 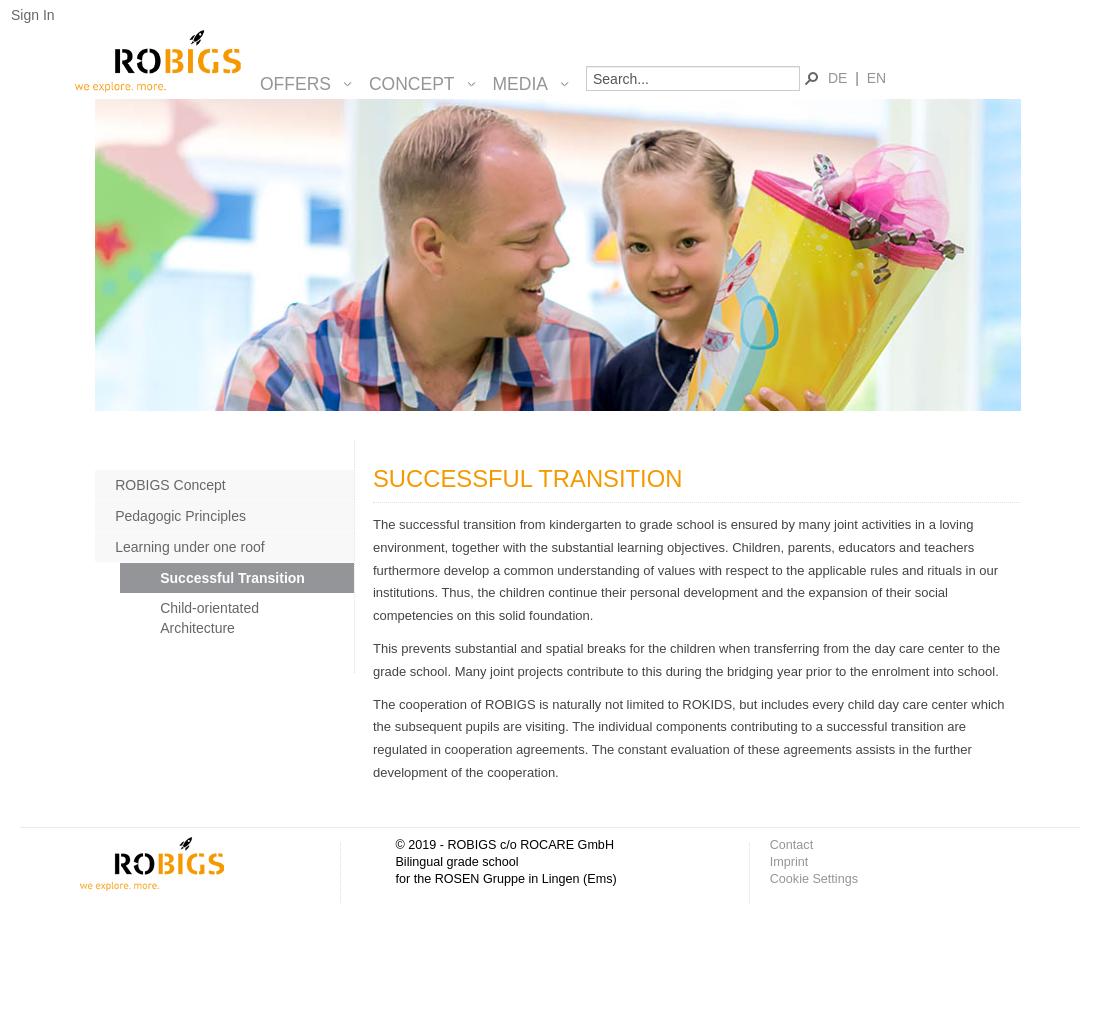 What do you see at coordinates (875, 76) in the screenshot?
I see `'EN'` at bounding box center [875, 76].